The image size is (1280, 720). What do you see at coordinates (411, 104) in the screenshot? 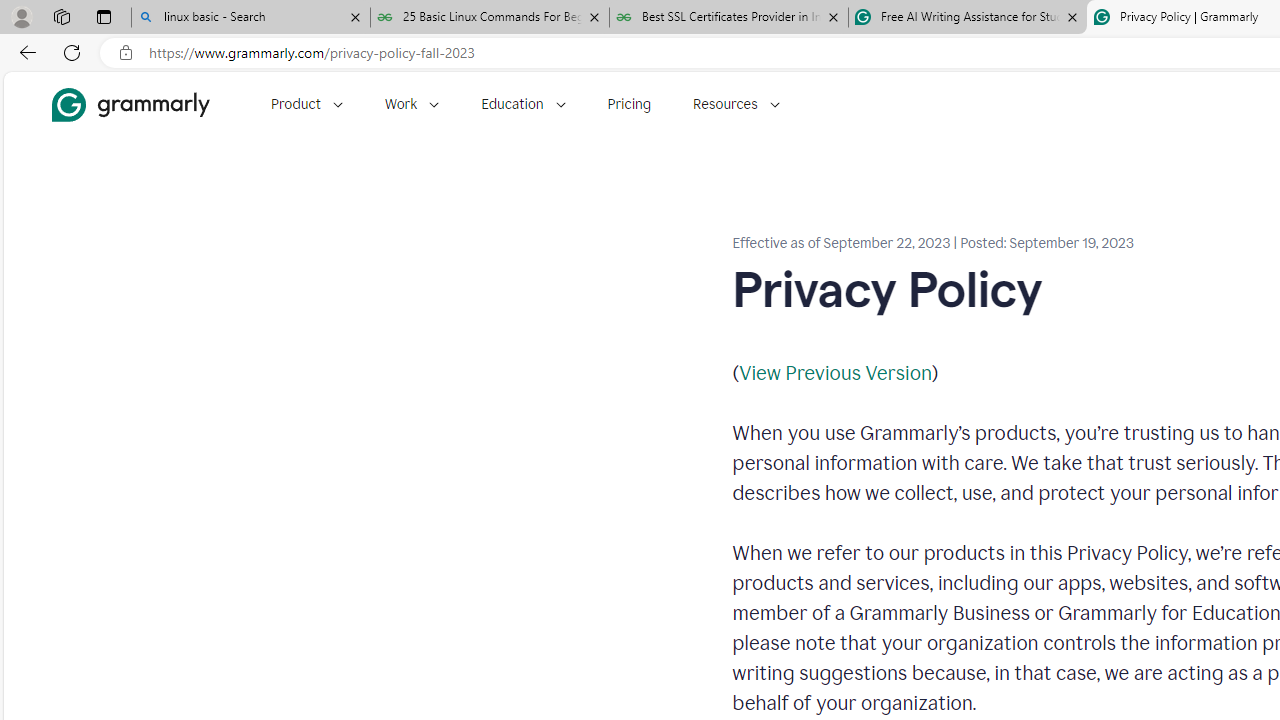
I see `'Work'` at bounding box center [411, 104].